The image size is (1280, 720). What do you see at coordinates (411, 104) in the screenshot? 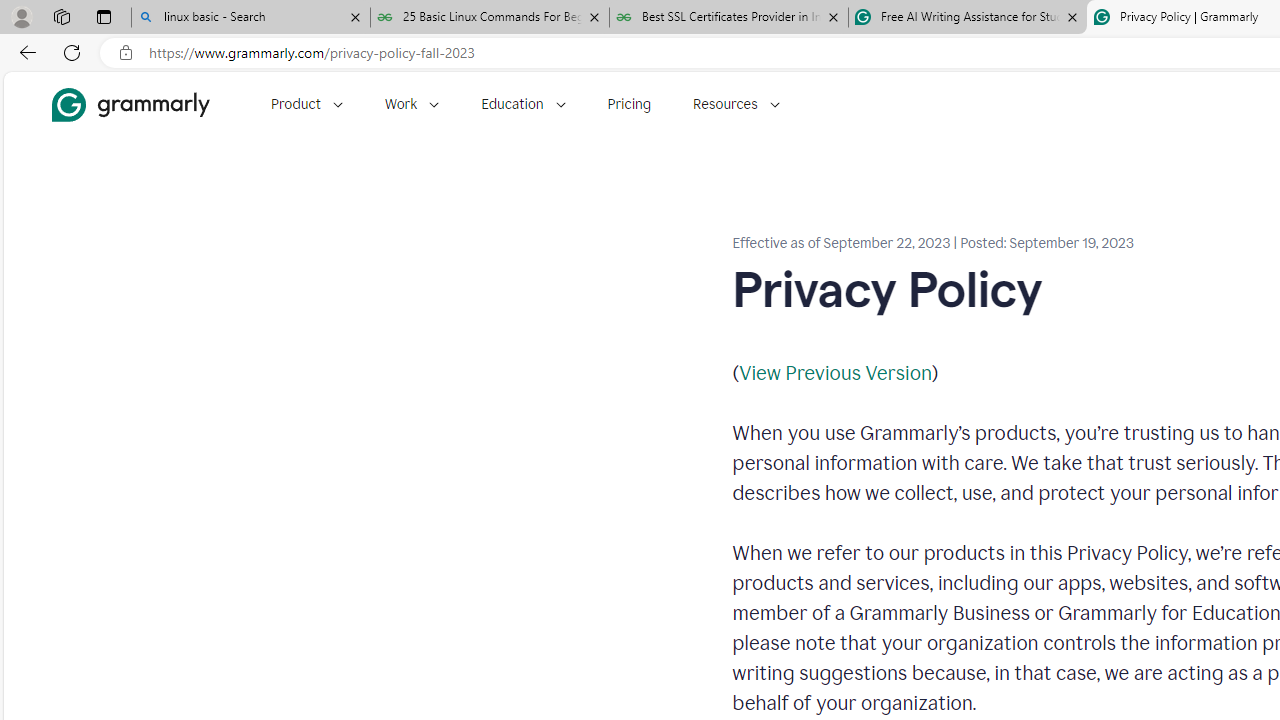
I see `'Work'` at bounding box center [411, 104].